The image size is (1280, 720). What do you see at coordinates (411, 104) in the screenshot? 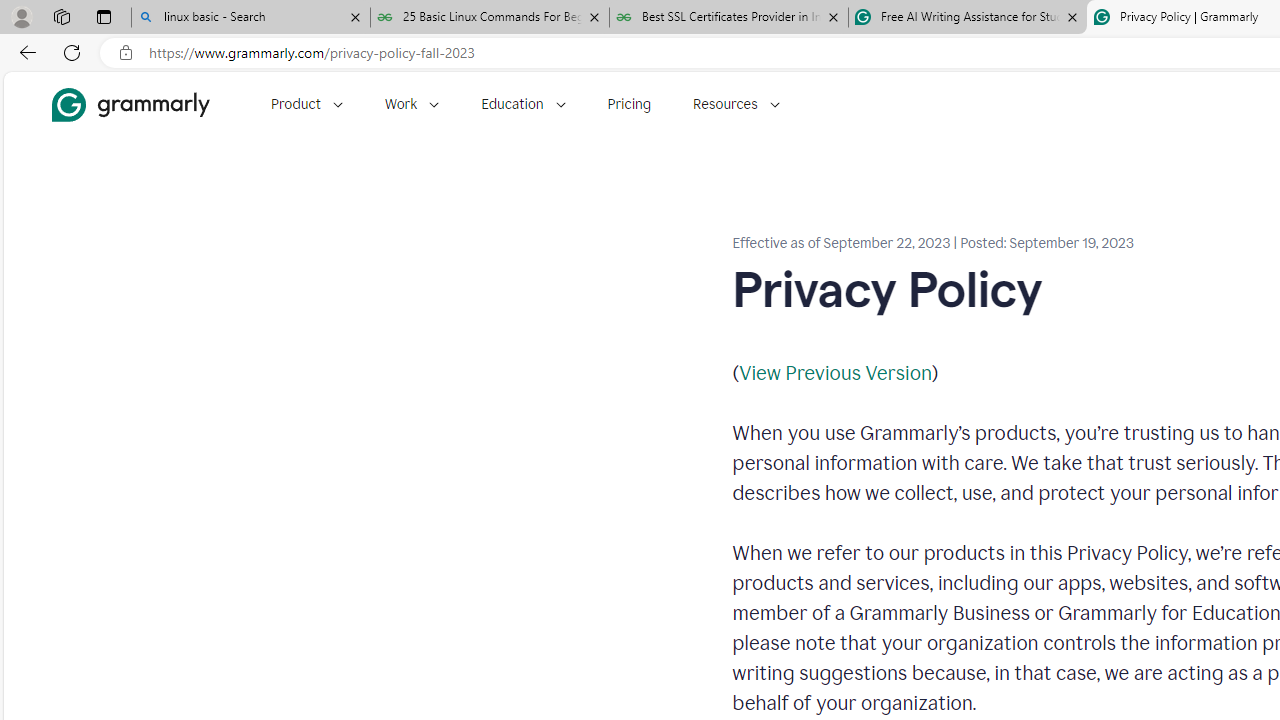
I see `'Work'` at bounding box center [411, 104].